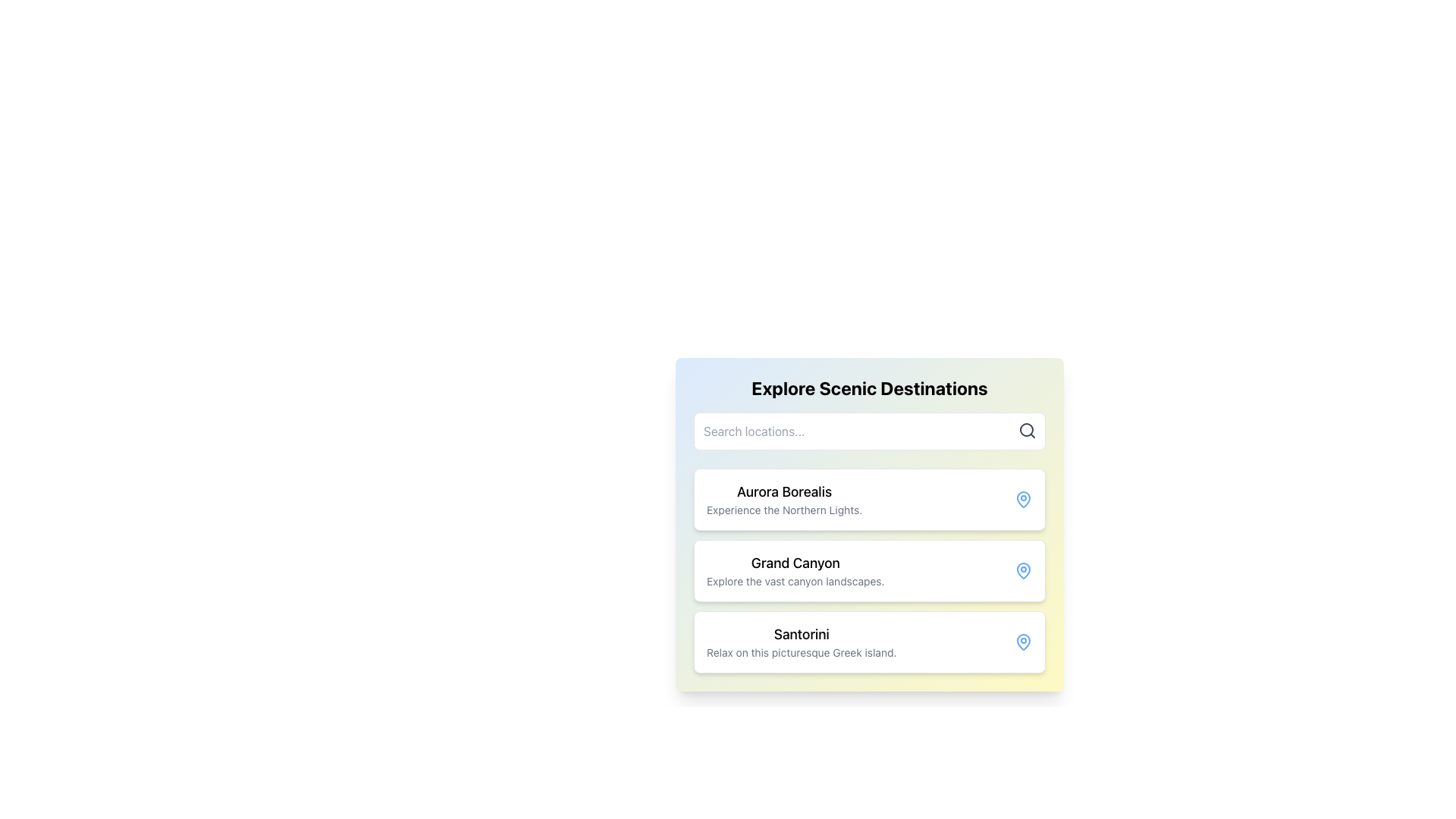 The image size is (1456, 819). What do you see at coordinates (784, 491) in the screenshot?
I see `the Text Label that serves as the title for the associated card, which is located at the top portion of the card component in the 'Explore Scenic Destinations' section` at bounding box center [784, 491].